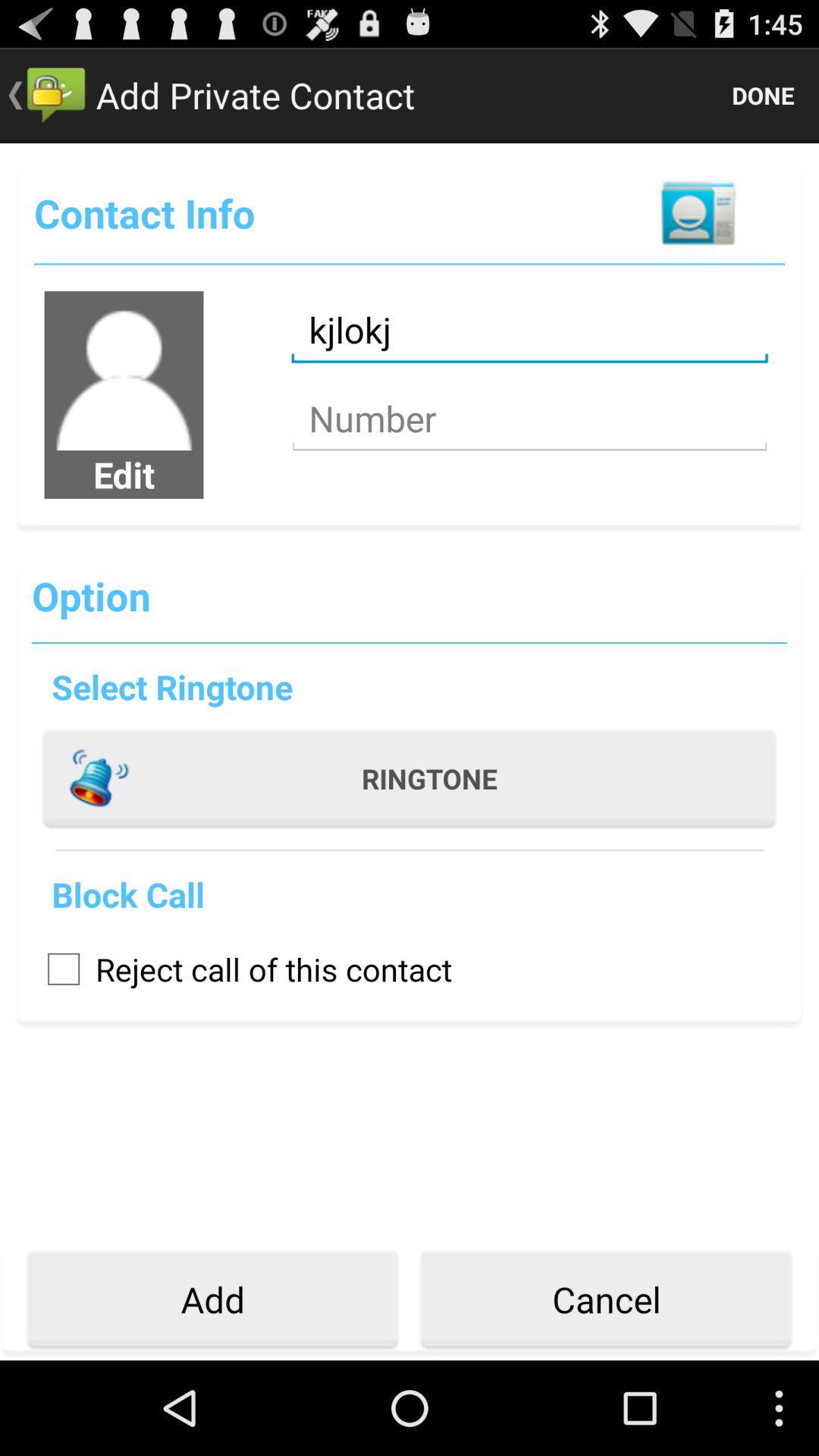 The height and width of the screenshot is (1456, 819). I want to click on contact, so click(698, 212).